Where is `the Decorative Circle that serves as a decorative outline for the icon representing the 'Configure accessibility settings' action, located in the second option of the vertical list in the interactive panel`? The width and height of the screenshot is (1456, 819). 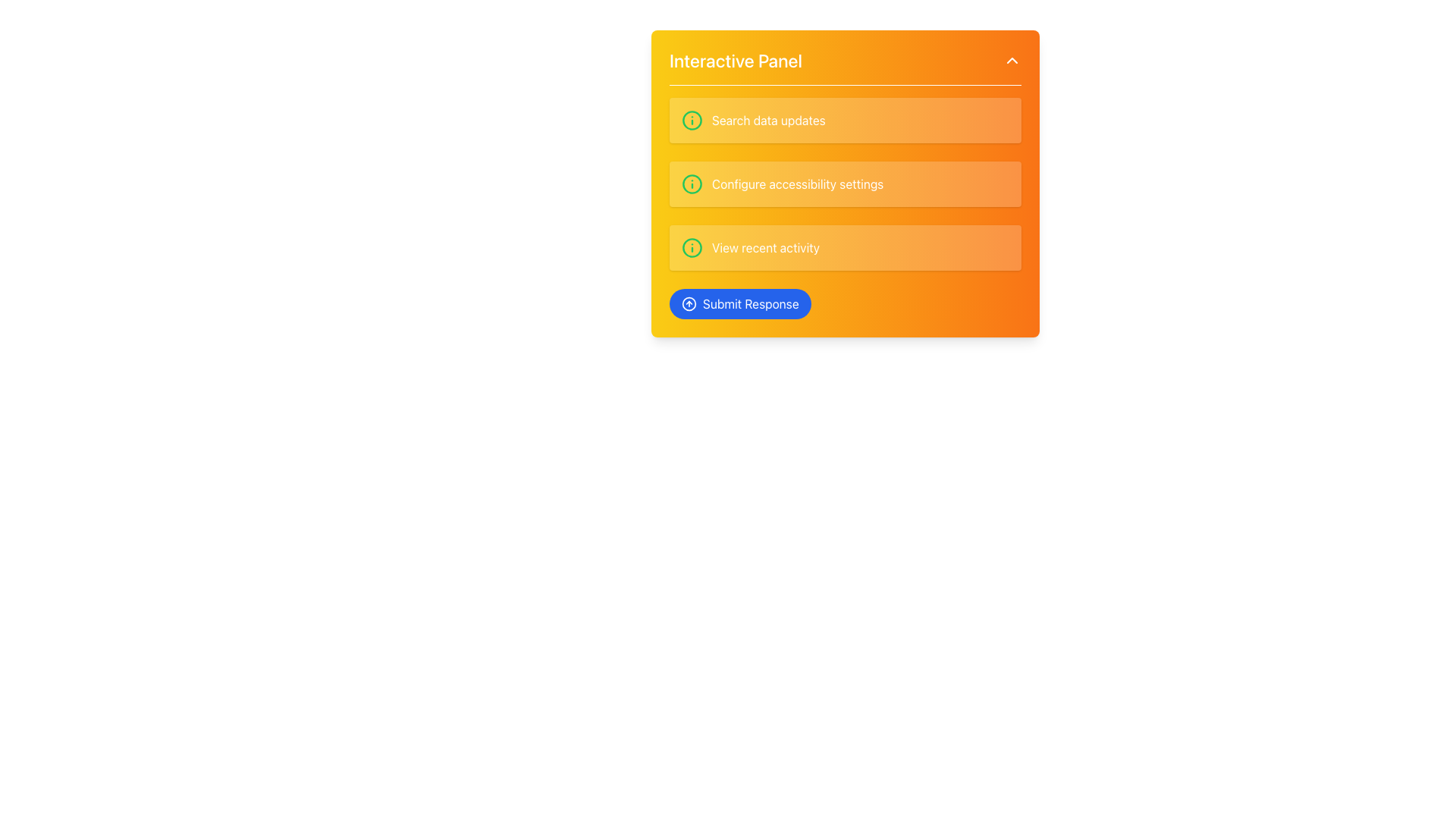
the Decorative Circle that serves as a decorative outline for the icon representing the 'Configure accessibility settings' action, located in the second option of the vertical list in the interactive panel is located at coordinates (691, 184).